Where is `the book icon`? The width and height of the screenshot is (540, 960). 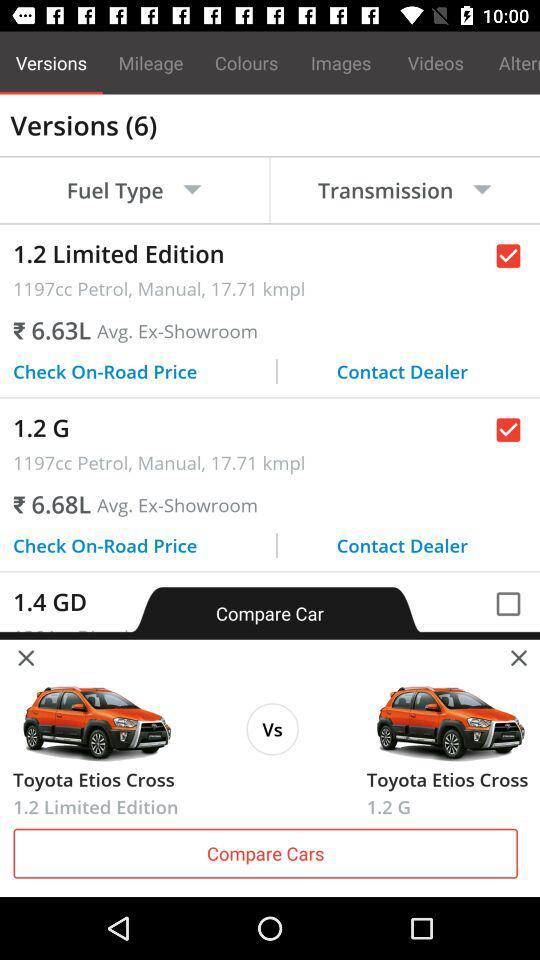
the book icon is located at coordinates (94, 718).